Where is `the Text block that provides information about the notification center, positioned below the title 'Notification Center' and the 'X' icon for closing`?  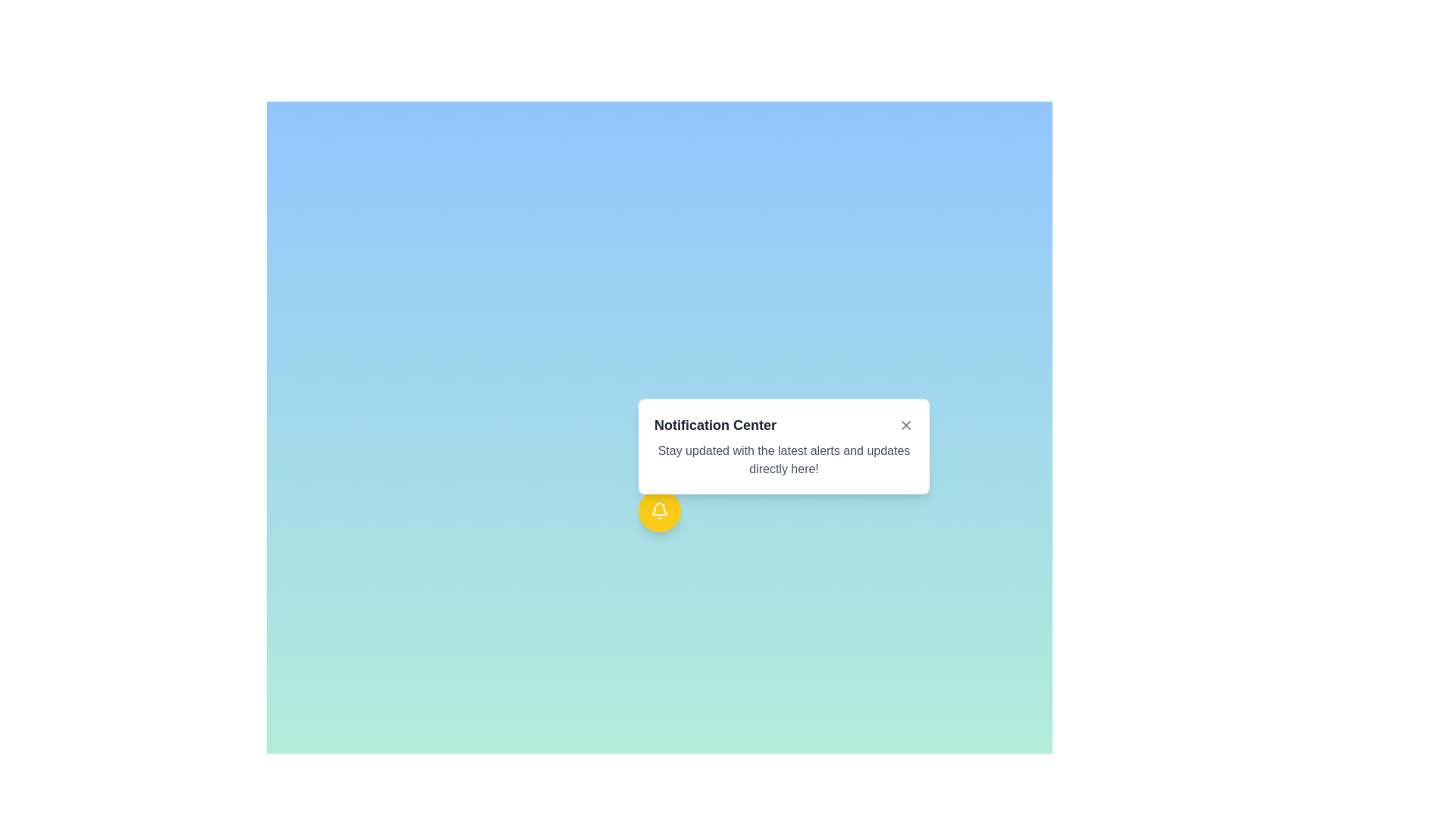 the Text block that provides information about the notification center, positioned below the title 'Notification Center' and the 'X' icon for closing is located at coordinates (783, 459).